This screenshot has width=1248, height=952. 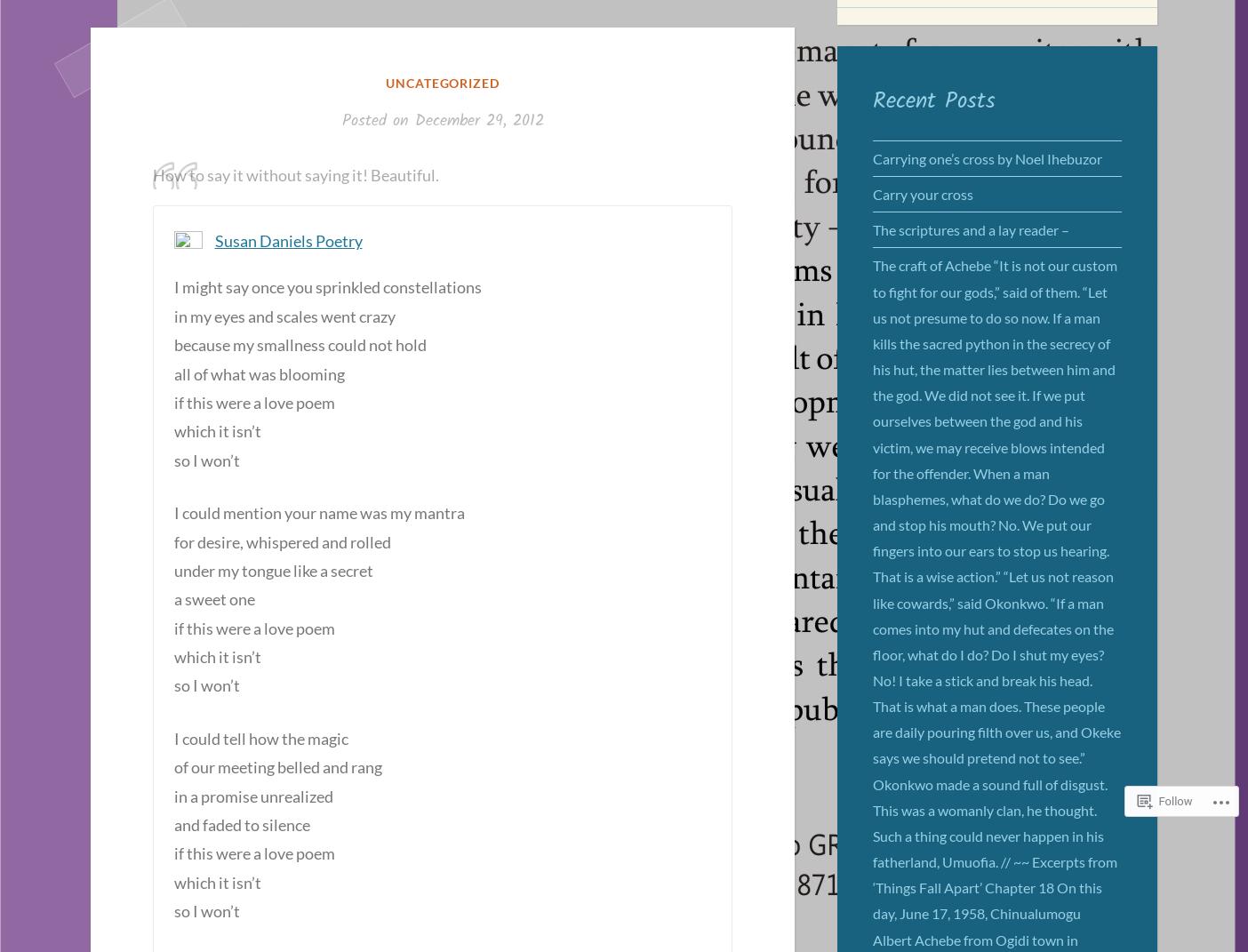 What do you see at coordinates (923, 193) in the screenshot?
I see `'Carry your cross'` at bounding box center [923, 193].